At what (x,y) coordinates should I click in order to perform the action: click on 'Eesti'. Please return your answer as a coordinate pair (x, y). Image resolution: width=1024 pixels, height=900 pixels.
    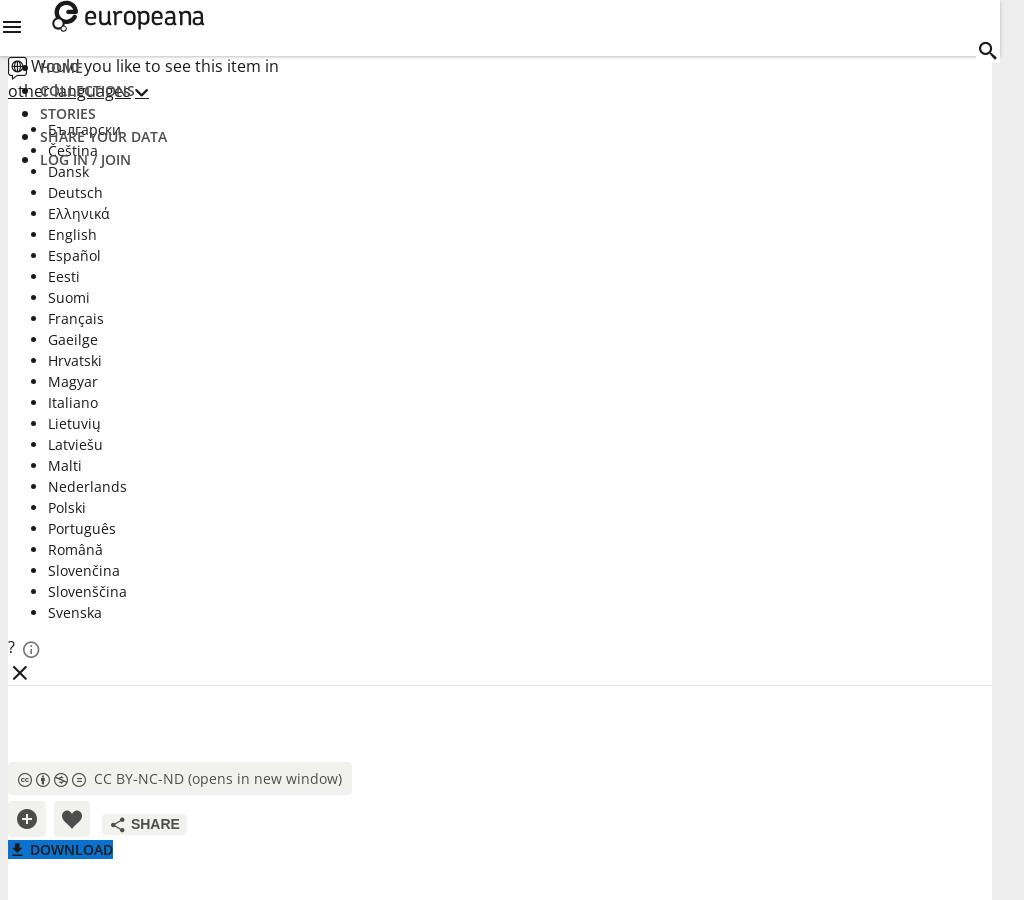
    Looking at the image, I should click on (63, 275).